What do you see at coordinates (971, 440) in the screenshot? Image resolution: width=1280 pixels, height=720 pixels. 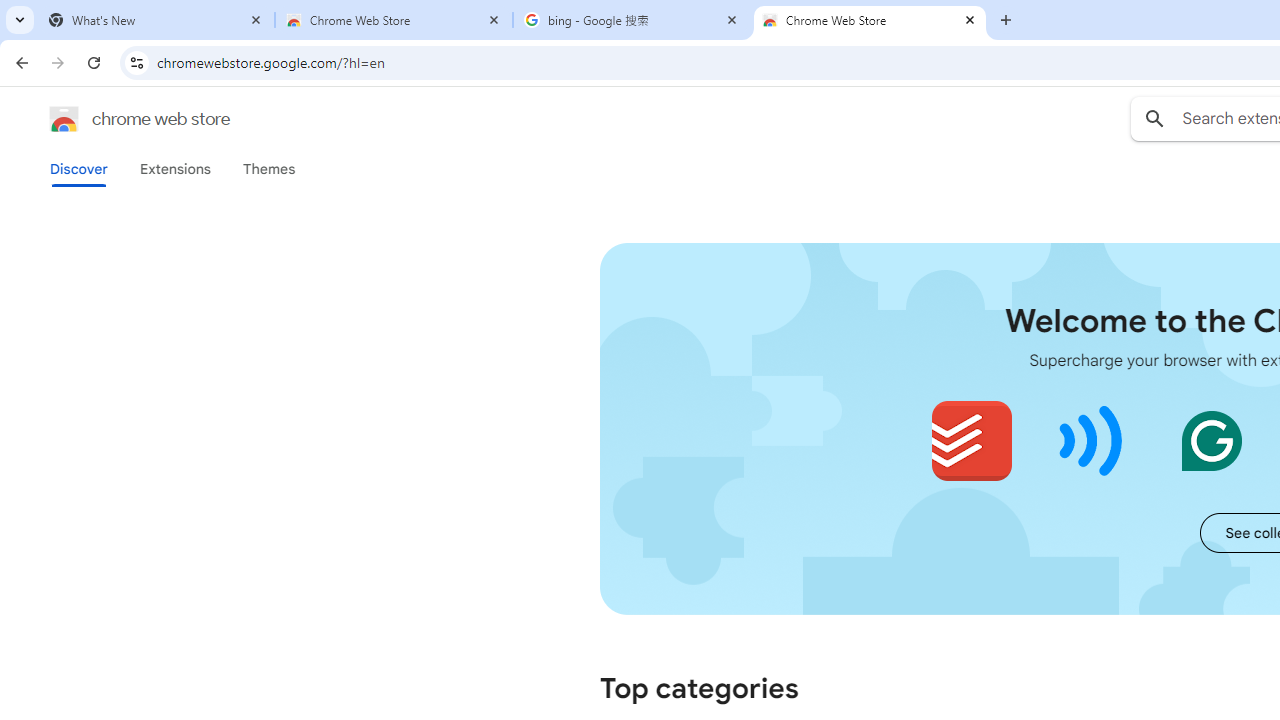 I see `'Todoist for Chrome'` at bounding box center [971, 440].